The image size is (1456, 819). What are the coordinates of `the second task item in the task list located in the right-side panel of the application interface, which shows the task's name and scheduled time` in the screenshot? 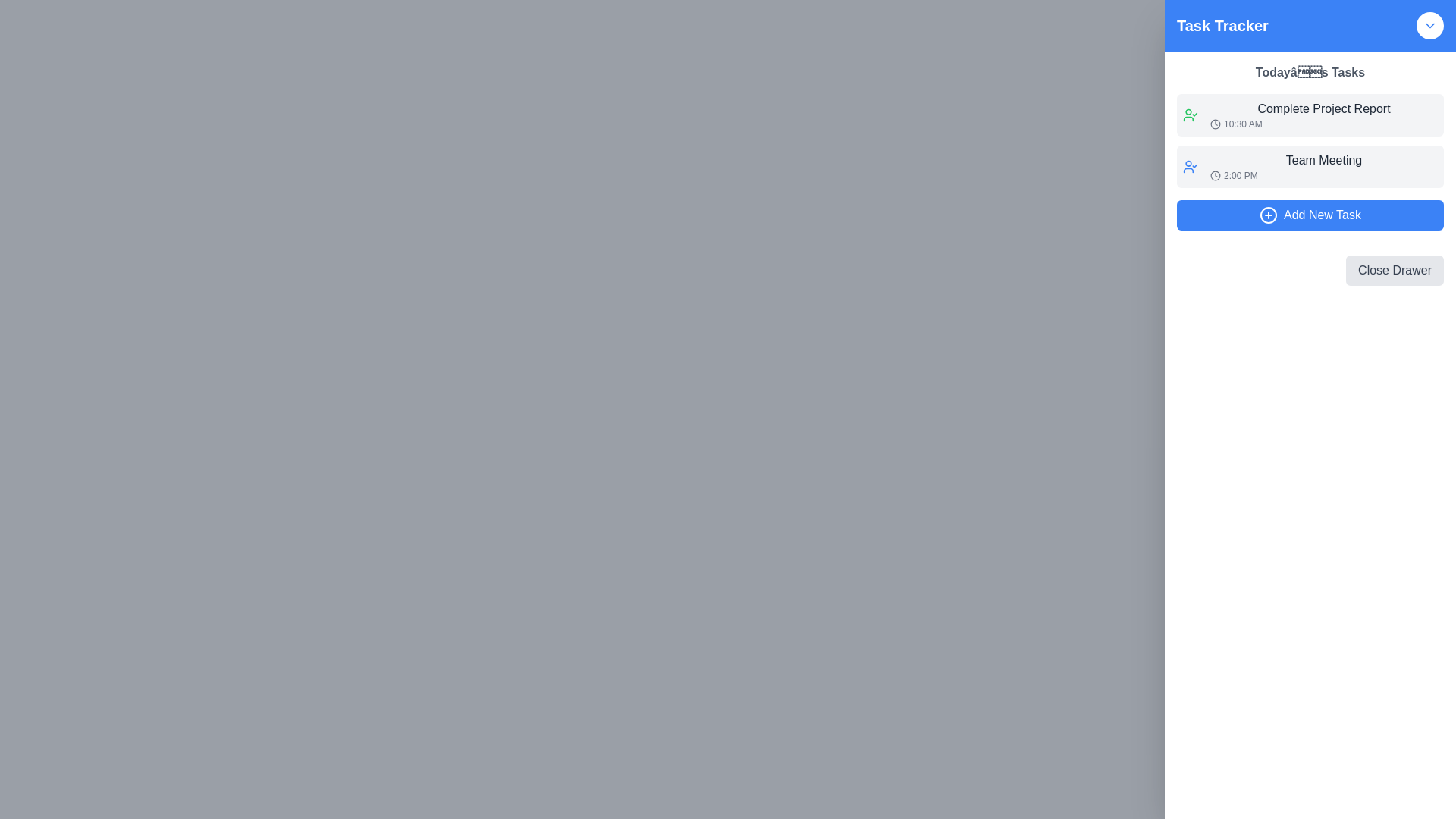 It's located at (1310, 166).